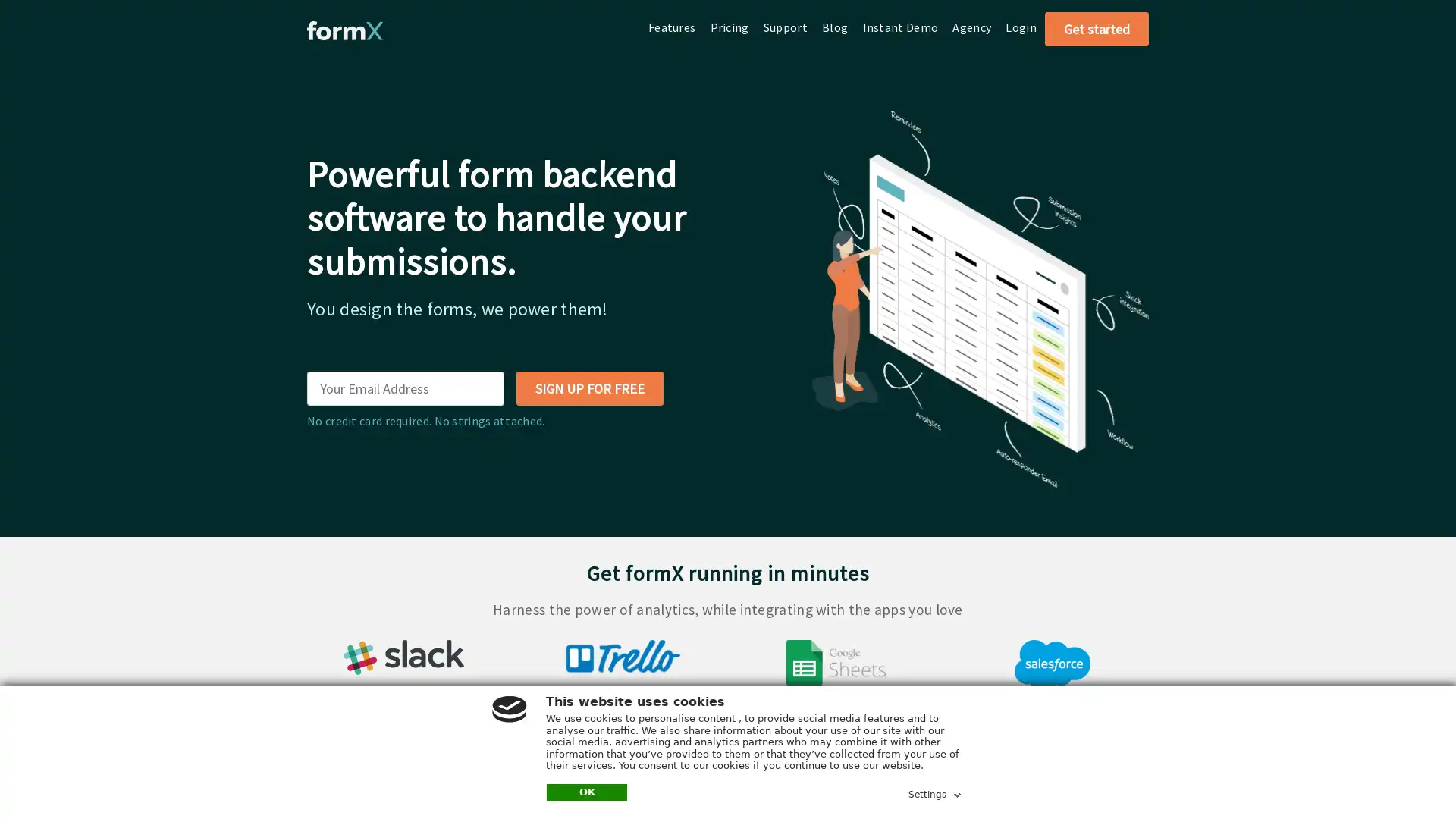 The width and height of the screenshot is (1456, 819). Describe the element at coordinates (1097, 29) in the screenshot. I see `Get started` at that location.